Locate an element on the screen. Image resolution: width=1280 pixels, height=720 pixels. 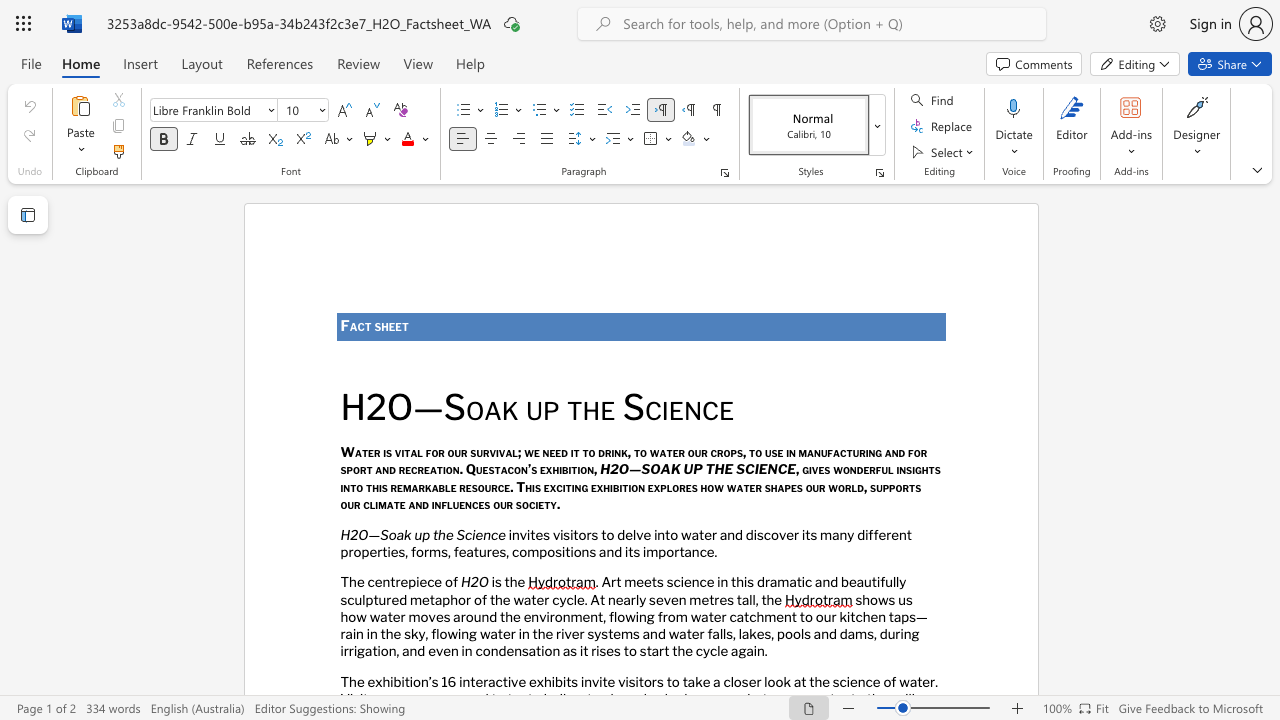
the space between the continuous character "r" and "t" in the text is located at coordinates (679, 551).